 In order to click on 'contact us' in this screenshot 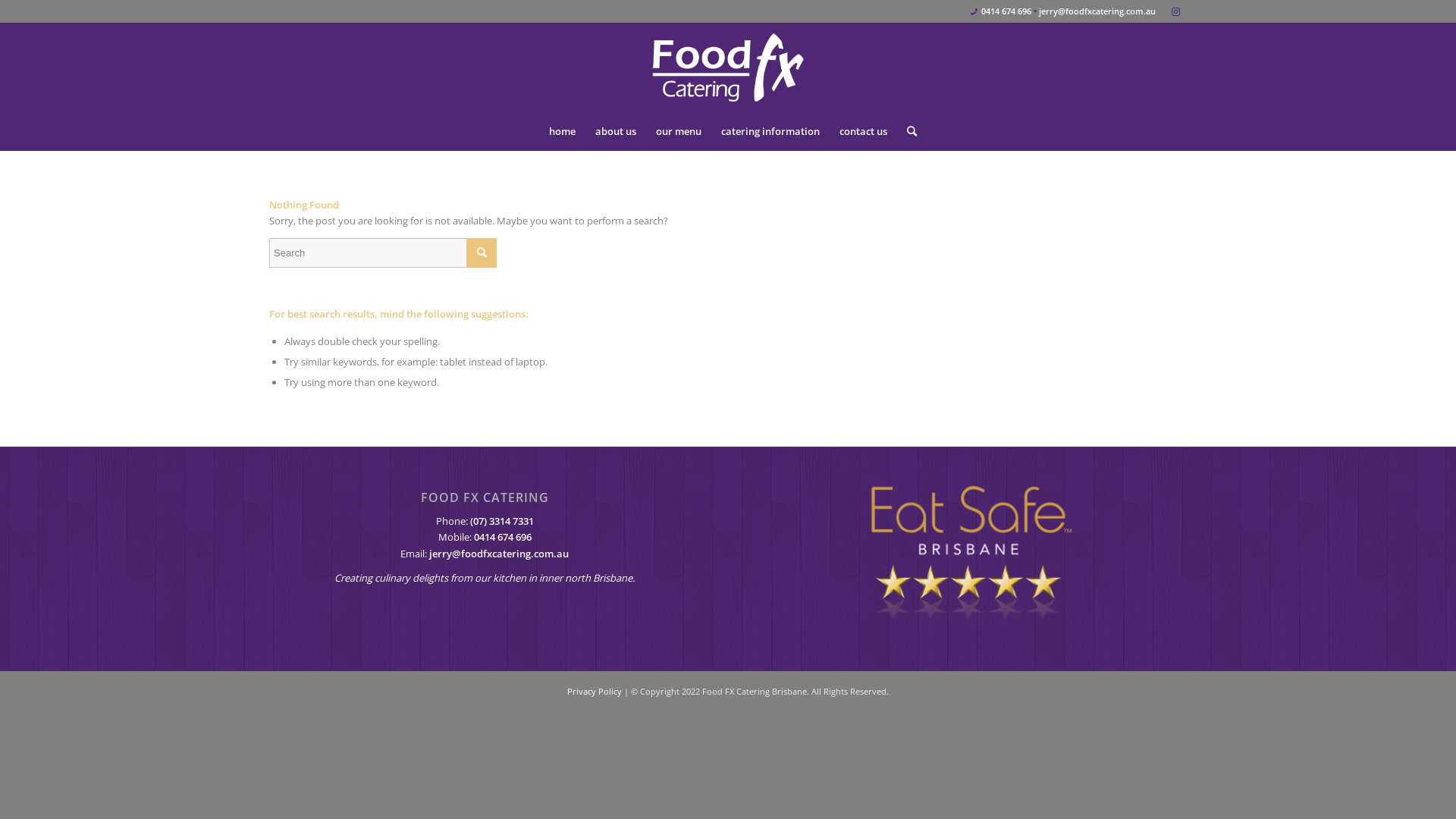, I will do `click(863, 130)`.